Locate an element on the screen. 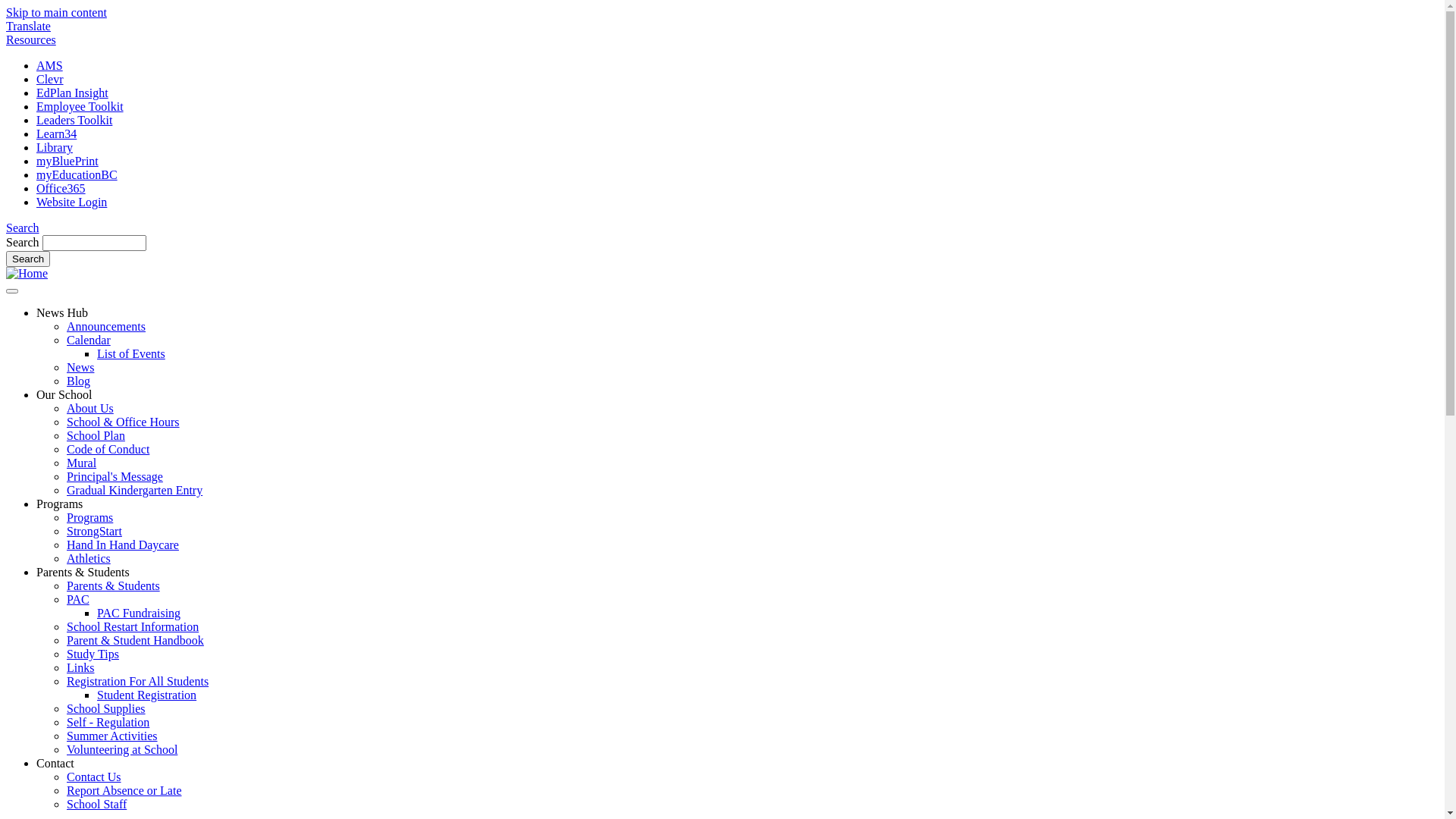 The height and width of the screenshot is (819, 1456). 'Athletics' is located at coordinates (65, 558).